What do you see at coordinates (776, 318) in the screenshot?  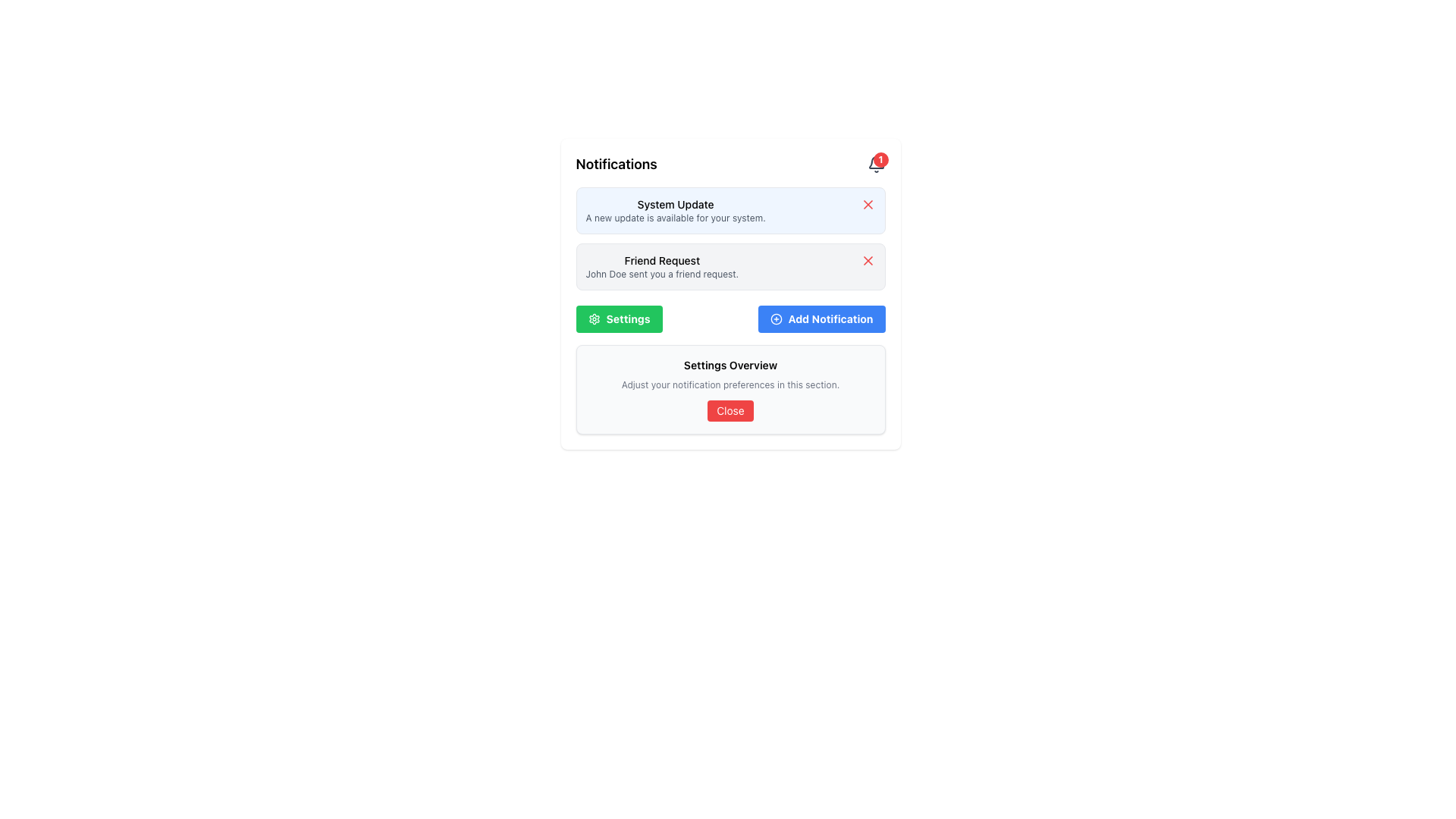 I see `the icon symbolizing a circle with a plus sign, located to the left of the text 'Add Notification' inside a blue button at the bottom of the notifications list` at bounding box center [776, 318].